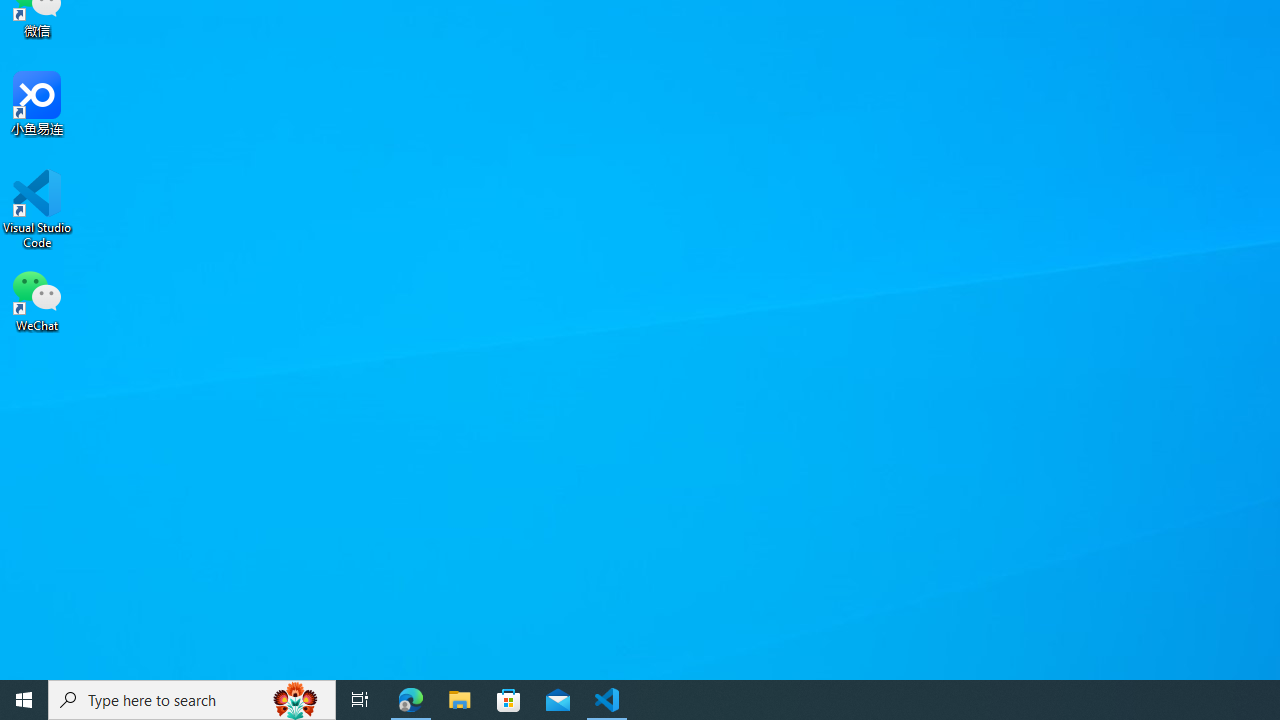  Describe the element at coordinates (410, 698) in the screenshot. I see `'Microsoft Edge - 1 running window'` at that location.